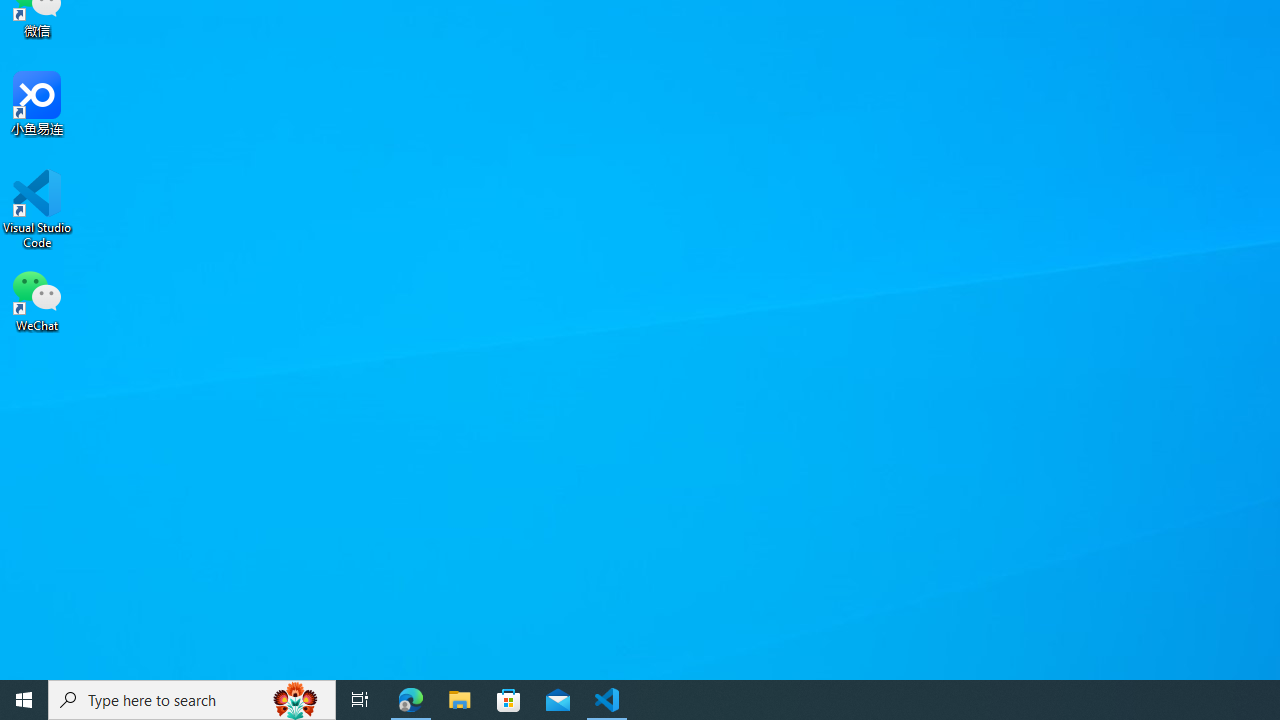  Describe the element at coordinates (410, 698) in the screenshot. I see `'Microsoft Edge - 1 running window'` at that location.